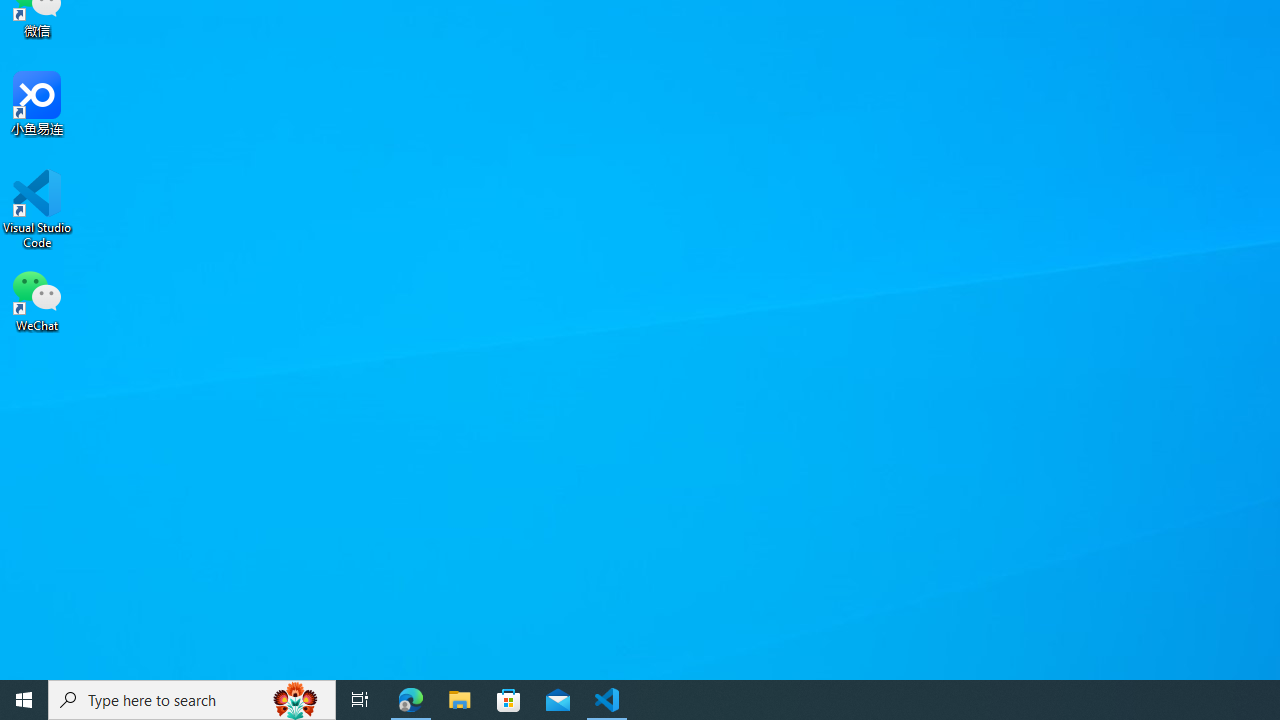  Describe the element at coordinates (410, 698) in the screenshot. I see `'Microsoft Edge - 1 running window'` at that location.